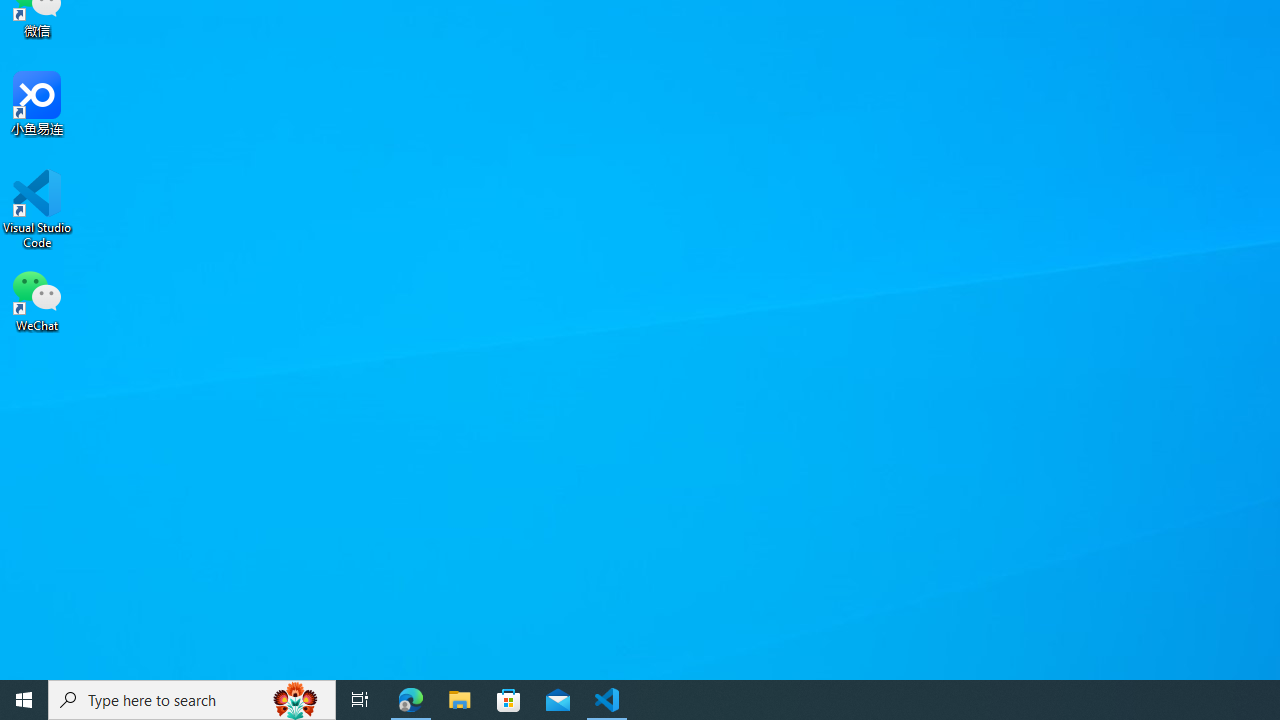  Describe the element at coordinates (410, 698) in the screenshot. I see `'Microsoft Edge - 1 running window'` at that location.